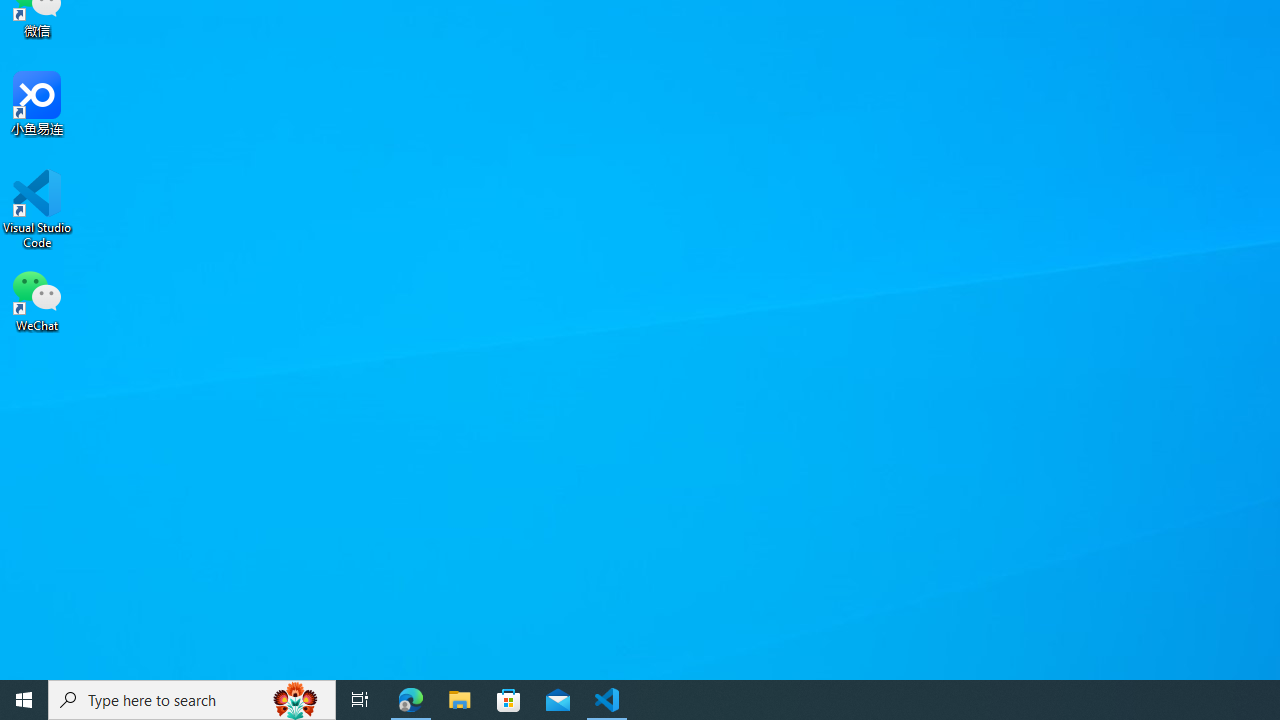  Describe the element at coordinates (410, 698) in the screenshot. I see `'Microsoft Edge - 1 running window'` at that location.